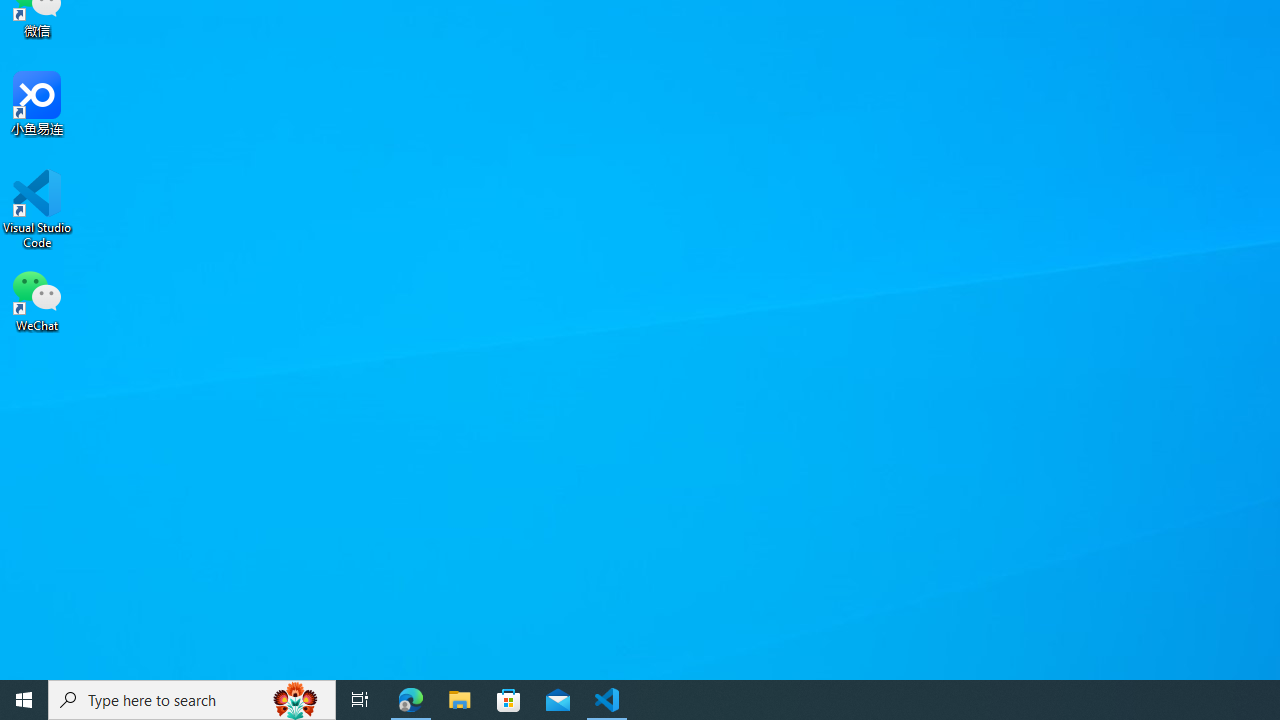  Describe the element at coordinates (410, 698) in the screenshot. I see `'Microsoft Edge - 1 running window'` at that location.